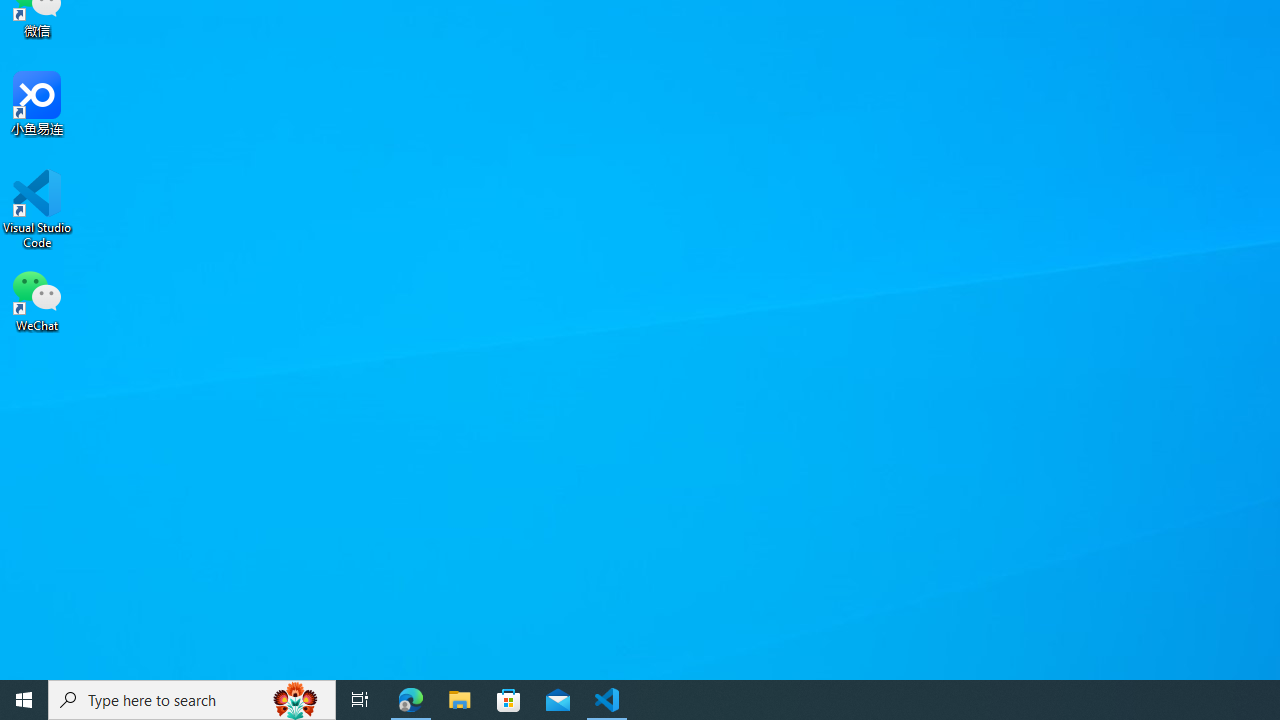  Describe the element at coordinates (410, 698) in the screenshot. I see `'Microsoft Edge - 1 running window'` at that location.